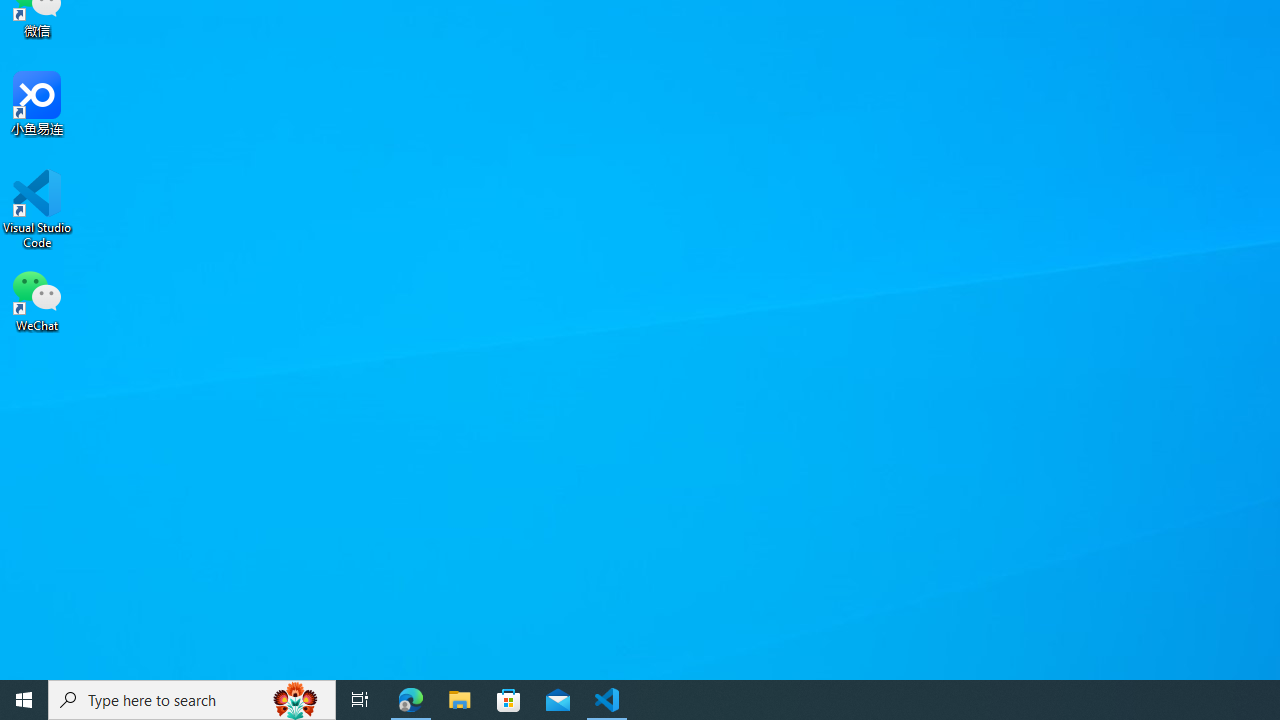  Describe the element at coordinates (410, 698) in the screenshot. I see `'Microsoft Edge - 1 running window'` at that location.